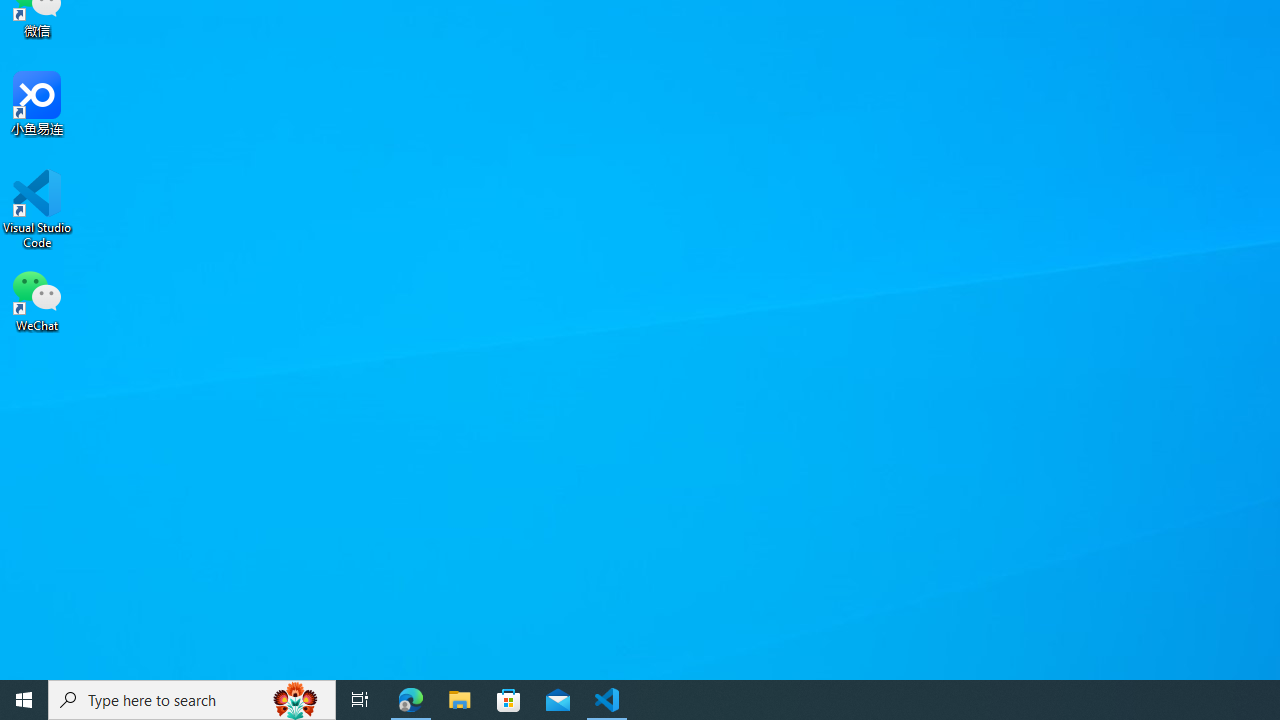  Describe the element at coordinates (410, 698) in the screenshot. I see `'Microsoft Edge - 1 running window'` at that location.